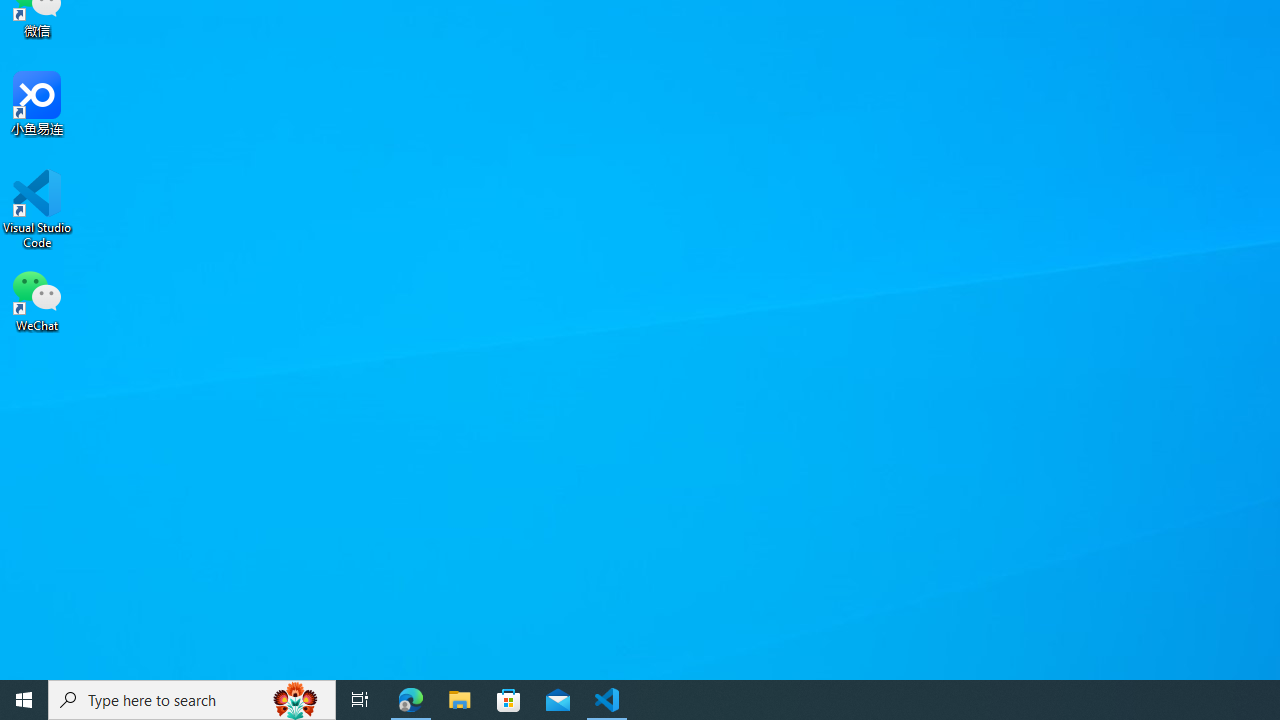  Describe the element at coordinates (410, 698) in the screenshot. I see `'Microsoft Edge - 1 running window'` at that location.